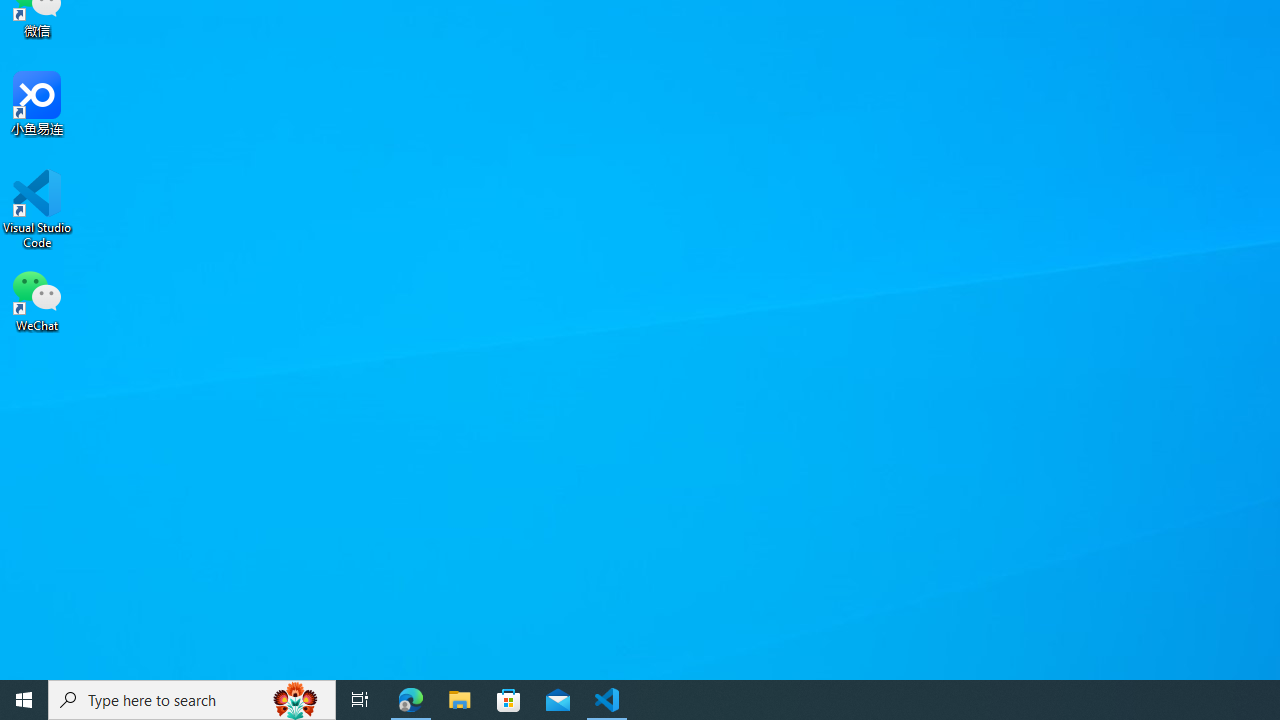  Describe the element at coordinates (410, 698) in the screenshot. I see `'Microsoft Edge - 1 running window'` at that location.